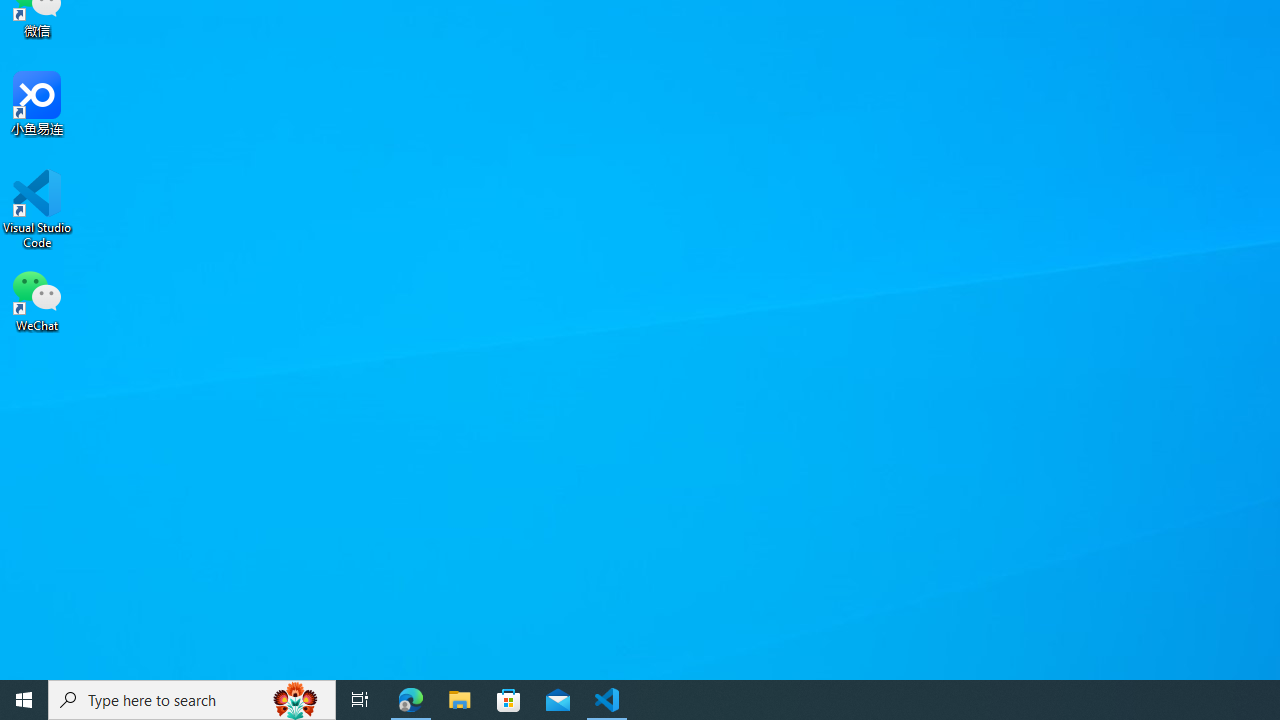  Describe the element at coordinates (410, 698) in the screenshot. I see `'Microsoft Edge - 1 running window'` at that location.